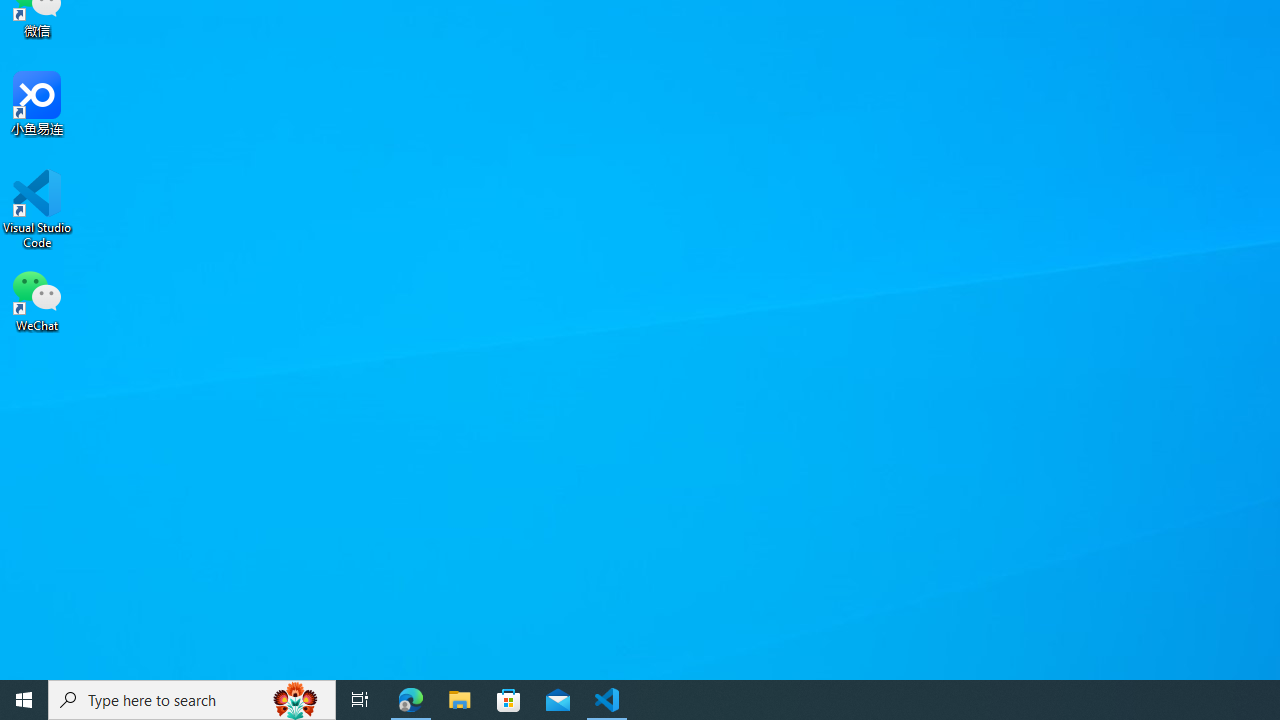  Describe the element at coordinates (410, 698) in the screenshot. I see `'Microsoft Edge - 1 running window'` at that location.